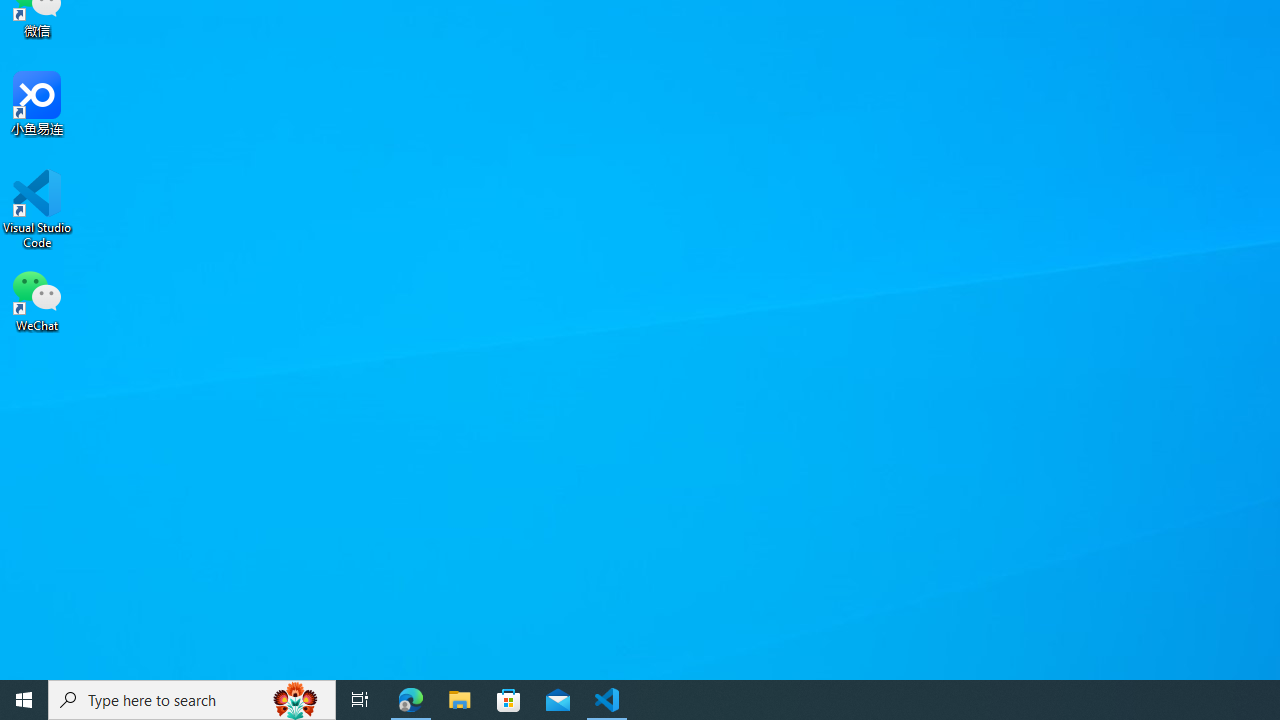  Describe the element at coordinates (410, 698) in the screenshot. I see `'Microsoft Edge - 1 running window'` at that location.